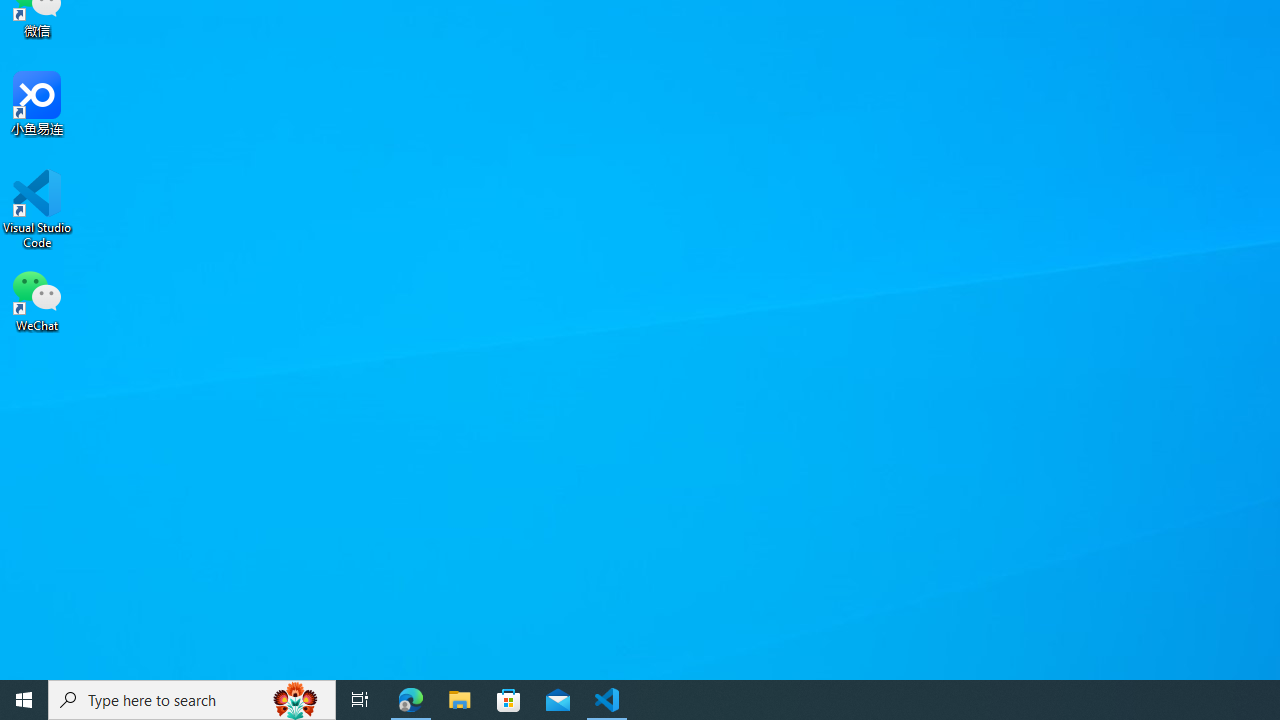  Describe the element at coordinates (410, 698) in the screenshot. I see `'Microsoft Edge - 1 running window'` at that location.